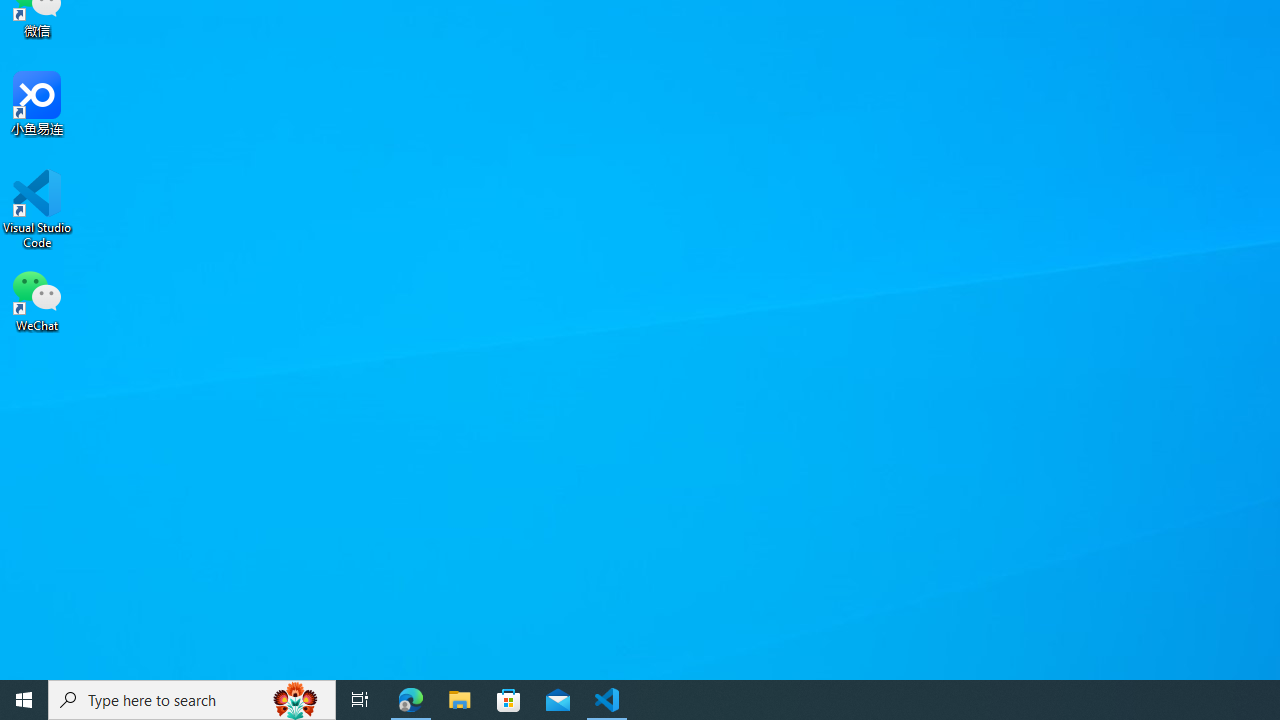  Describe the element at coordinates (410, 698) in the screenshot. I see `'Microsoft Edge - 1 running window'` at that location.